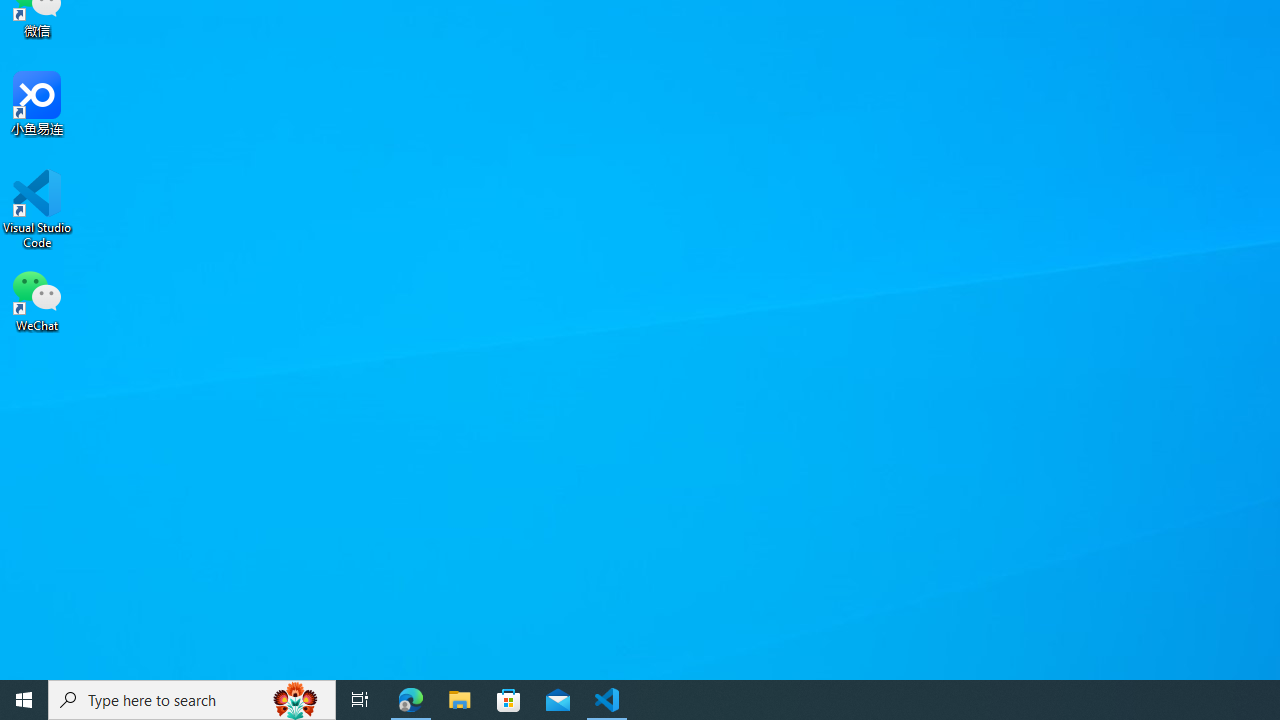  Describe the element at coordinates (410, 698) in the screenshot. I see `'Microsoft Edge - 1 running window'` at that location.